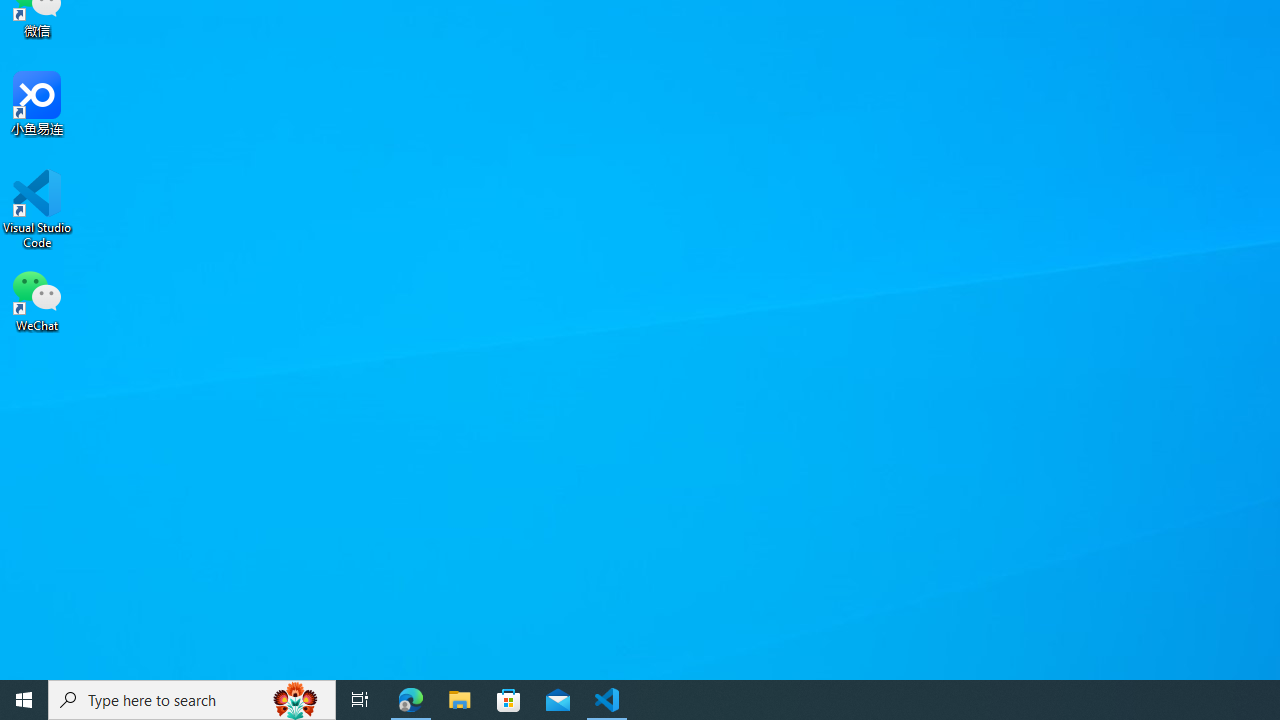  Describe the element at coordinates (410, 698) in the screenshot. I see `'Microsoft Edge - 1 running window'` at that location.